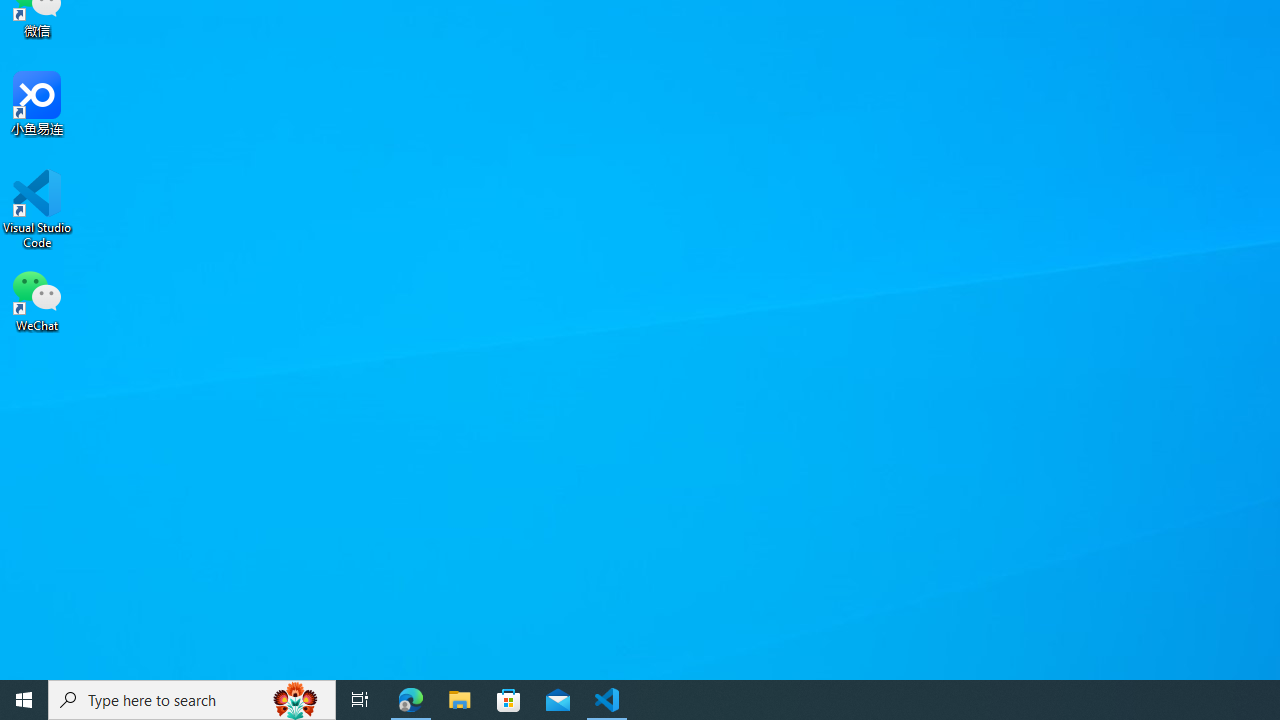  Describe the element at coordinates (410, 698) in the screenshot. I see `'Microsoft Edge - 1 running window'` at that location.